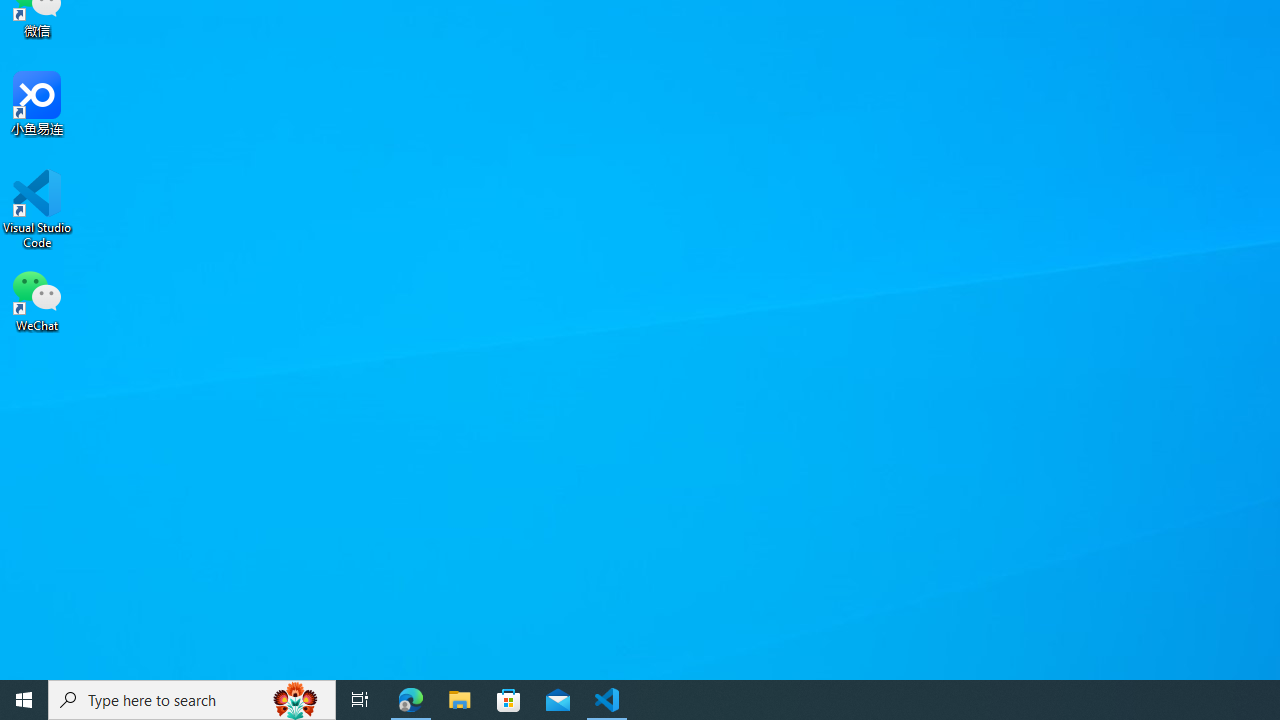  Describe the element at coordinates (410, 698) in the screenshot. I see `'Microsoft Edge - 1 running window'` at that location.